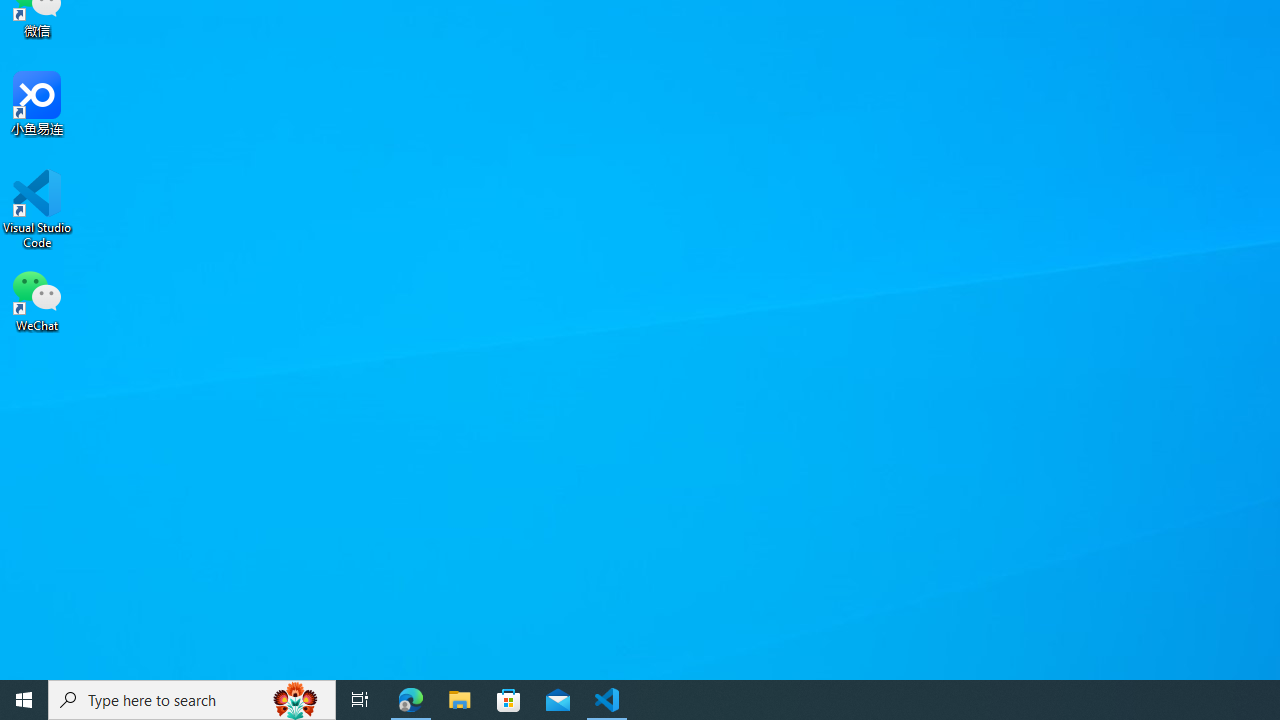  Describe the element at coordinates (410, 698) in the screenshot. I see `'Microsoft Edge - 1 running window'` at that location.